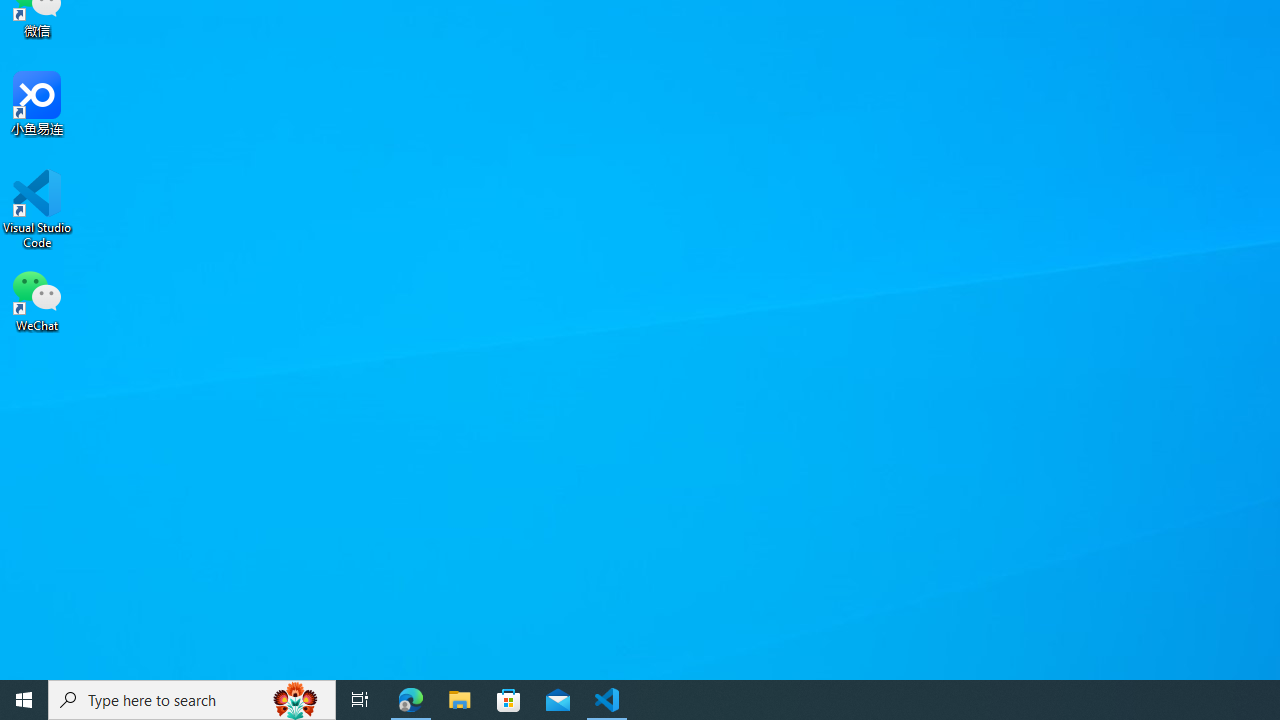  Describe the element at coordinates (410, 698) in the screenshot. I see `'Microsoft Edge - 1 running window'` at that location.